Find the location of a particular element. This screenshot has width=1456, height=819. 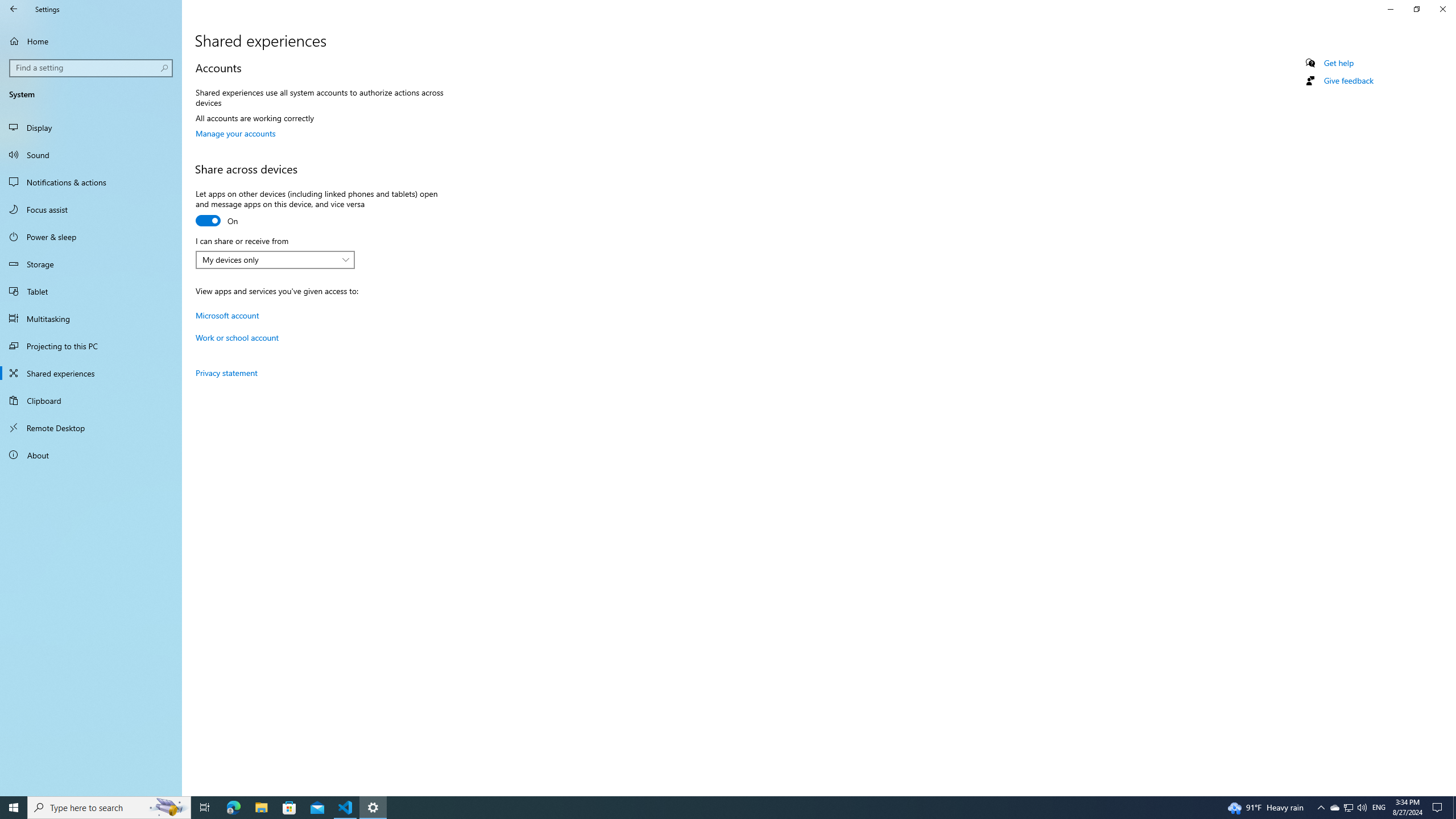

'Restore Settings' is located at coordinates (1416, 9).